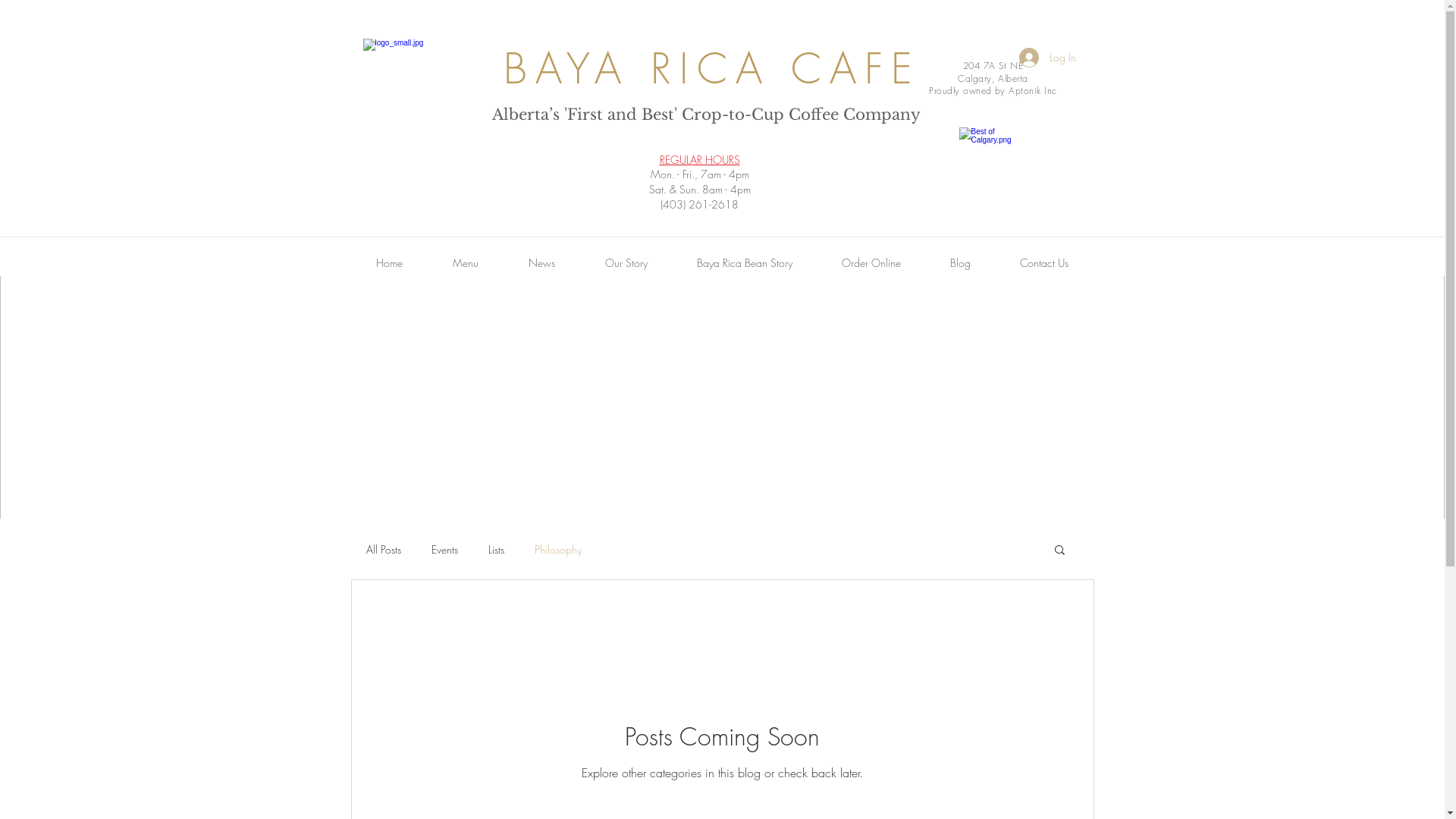 The image size is (1456, 819). What do you see at coordinates (488, 549) in the screenshot?
I see `'Lists'` at bounding box center [488, 549].